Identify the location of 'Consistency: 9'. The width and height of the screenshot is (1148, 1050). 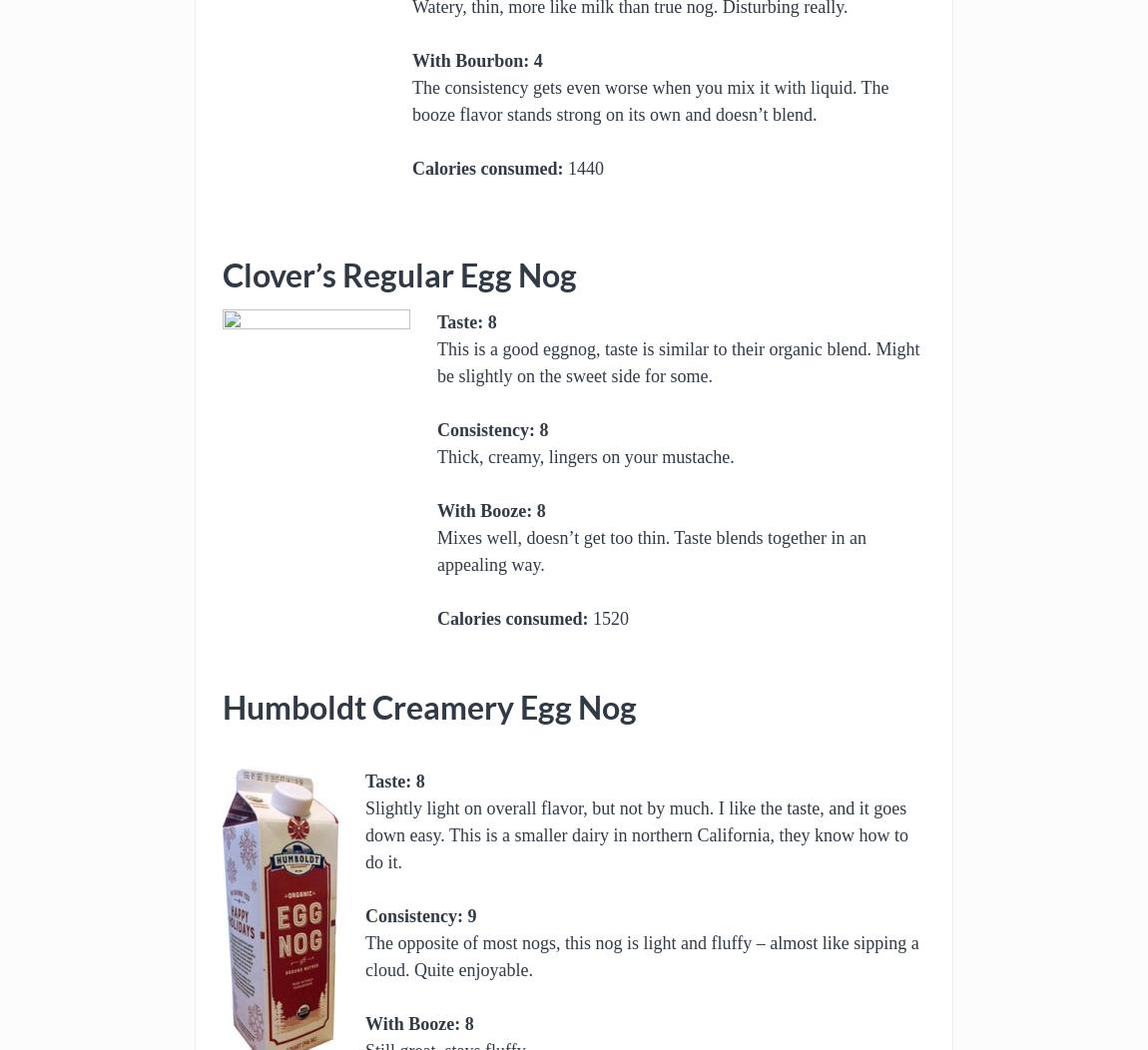
(420, 915).